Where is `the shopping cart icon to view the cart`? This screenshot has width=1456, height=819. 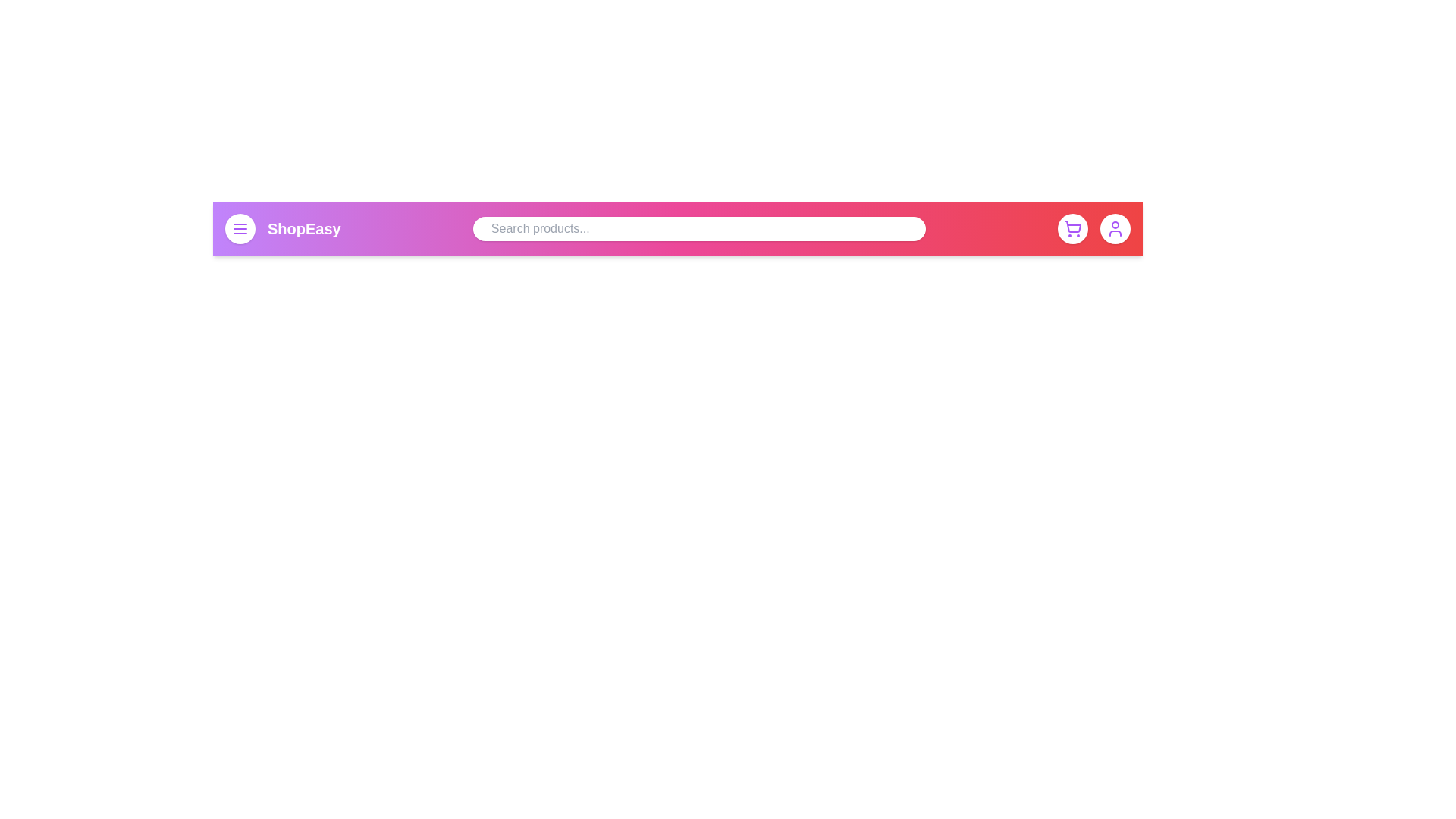
the shopping cart icon to view the cart is located at coordinates (1072, 228).